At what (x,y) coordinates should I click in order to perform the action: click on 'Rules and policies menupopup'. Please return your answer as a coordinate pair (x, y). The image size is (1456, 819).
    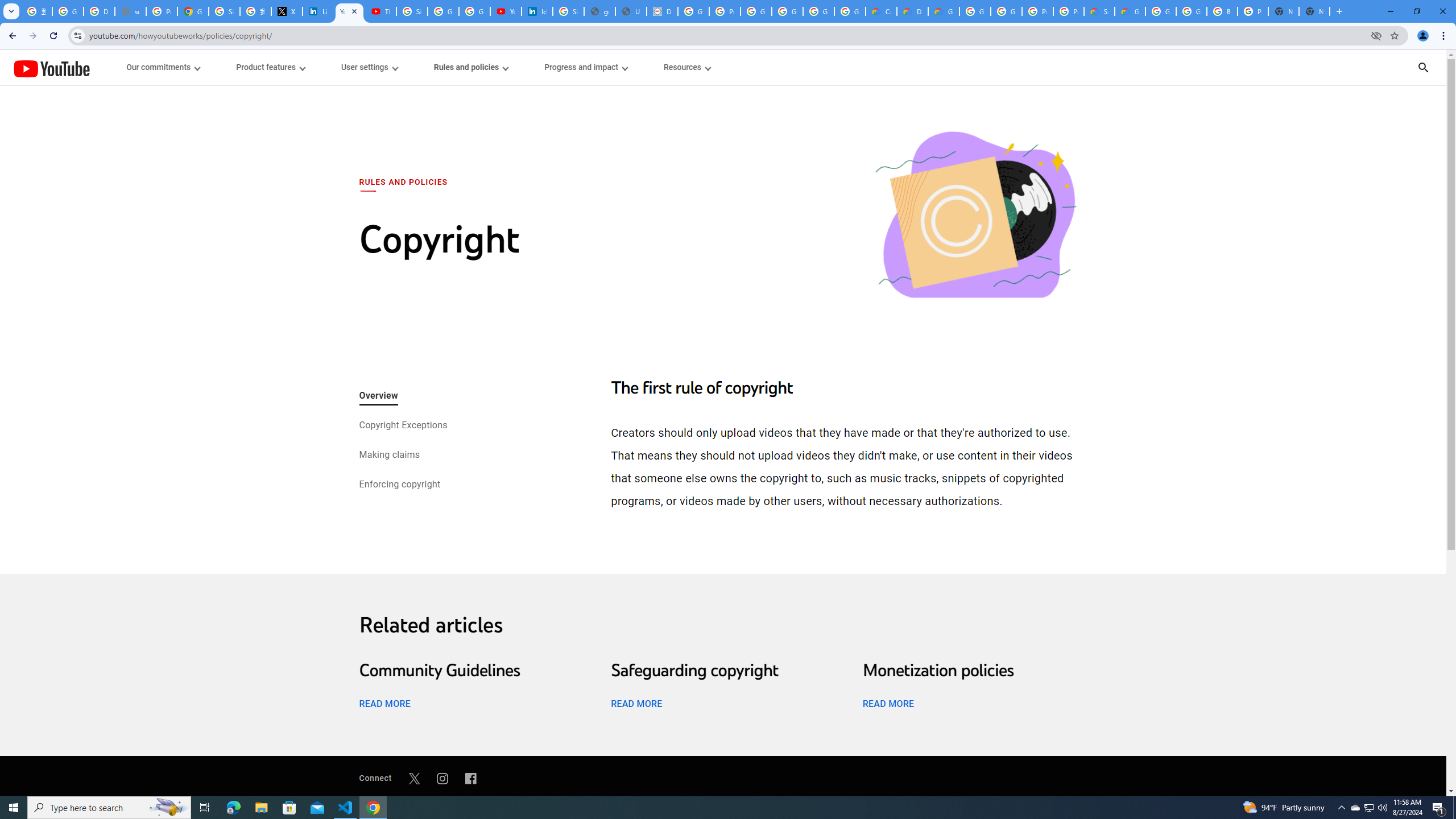
    Looking at the image, I should click on (470, 67).